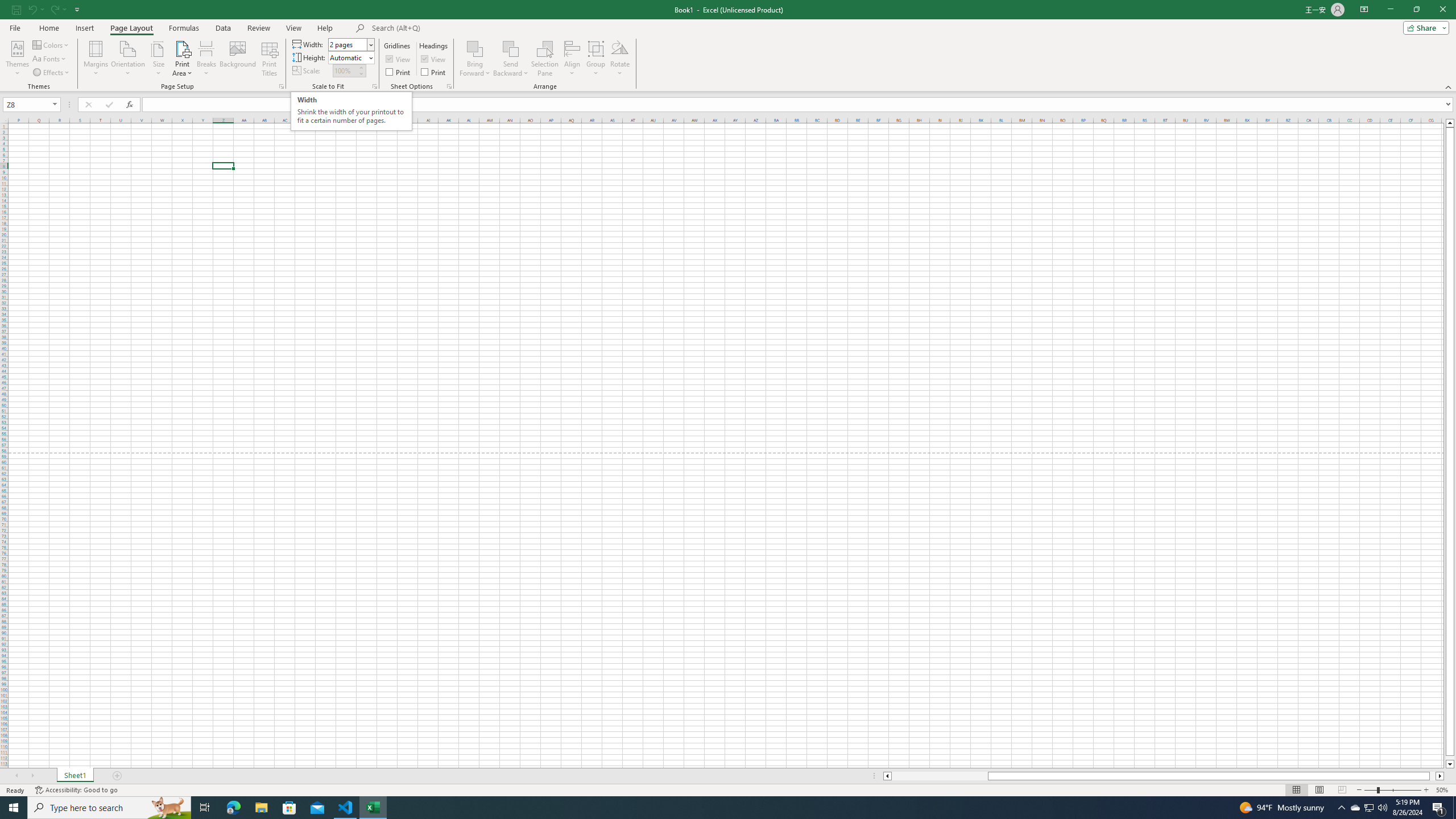 The width and height of the screenshot is (1456, 819). I want to click on 'Column right', so click(1440, 775).